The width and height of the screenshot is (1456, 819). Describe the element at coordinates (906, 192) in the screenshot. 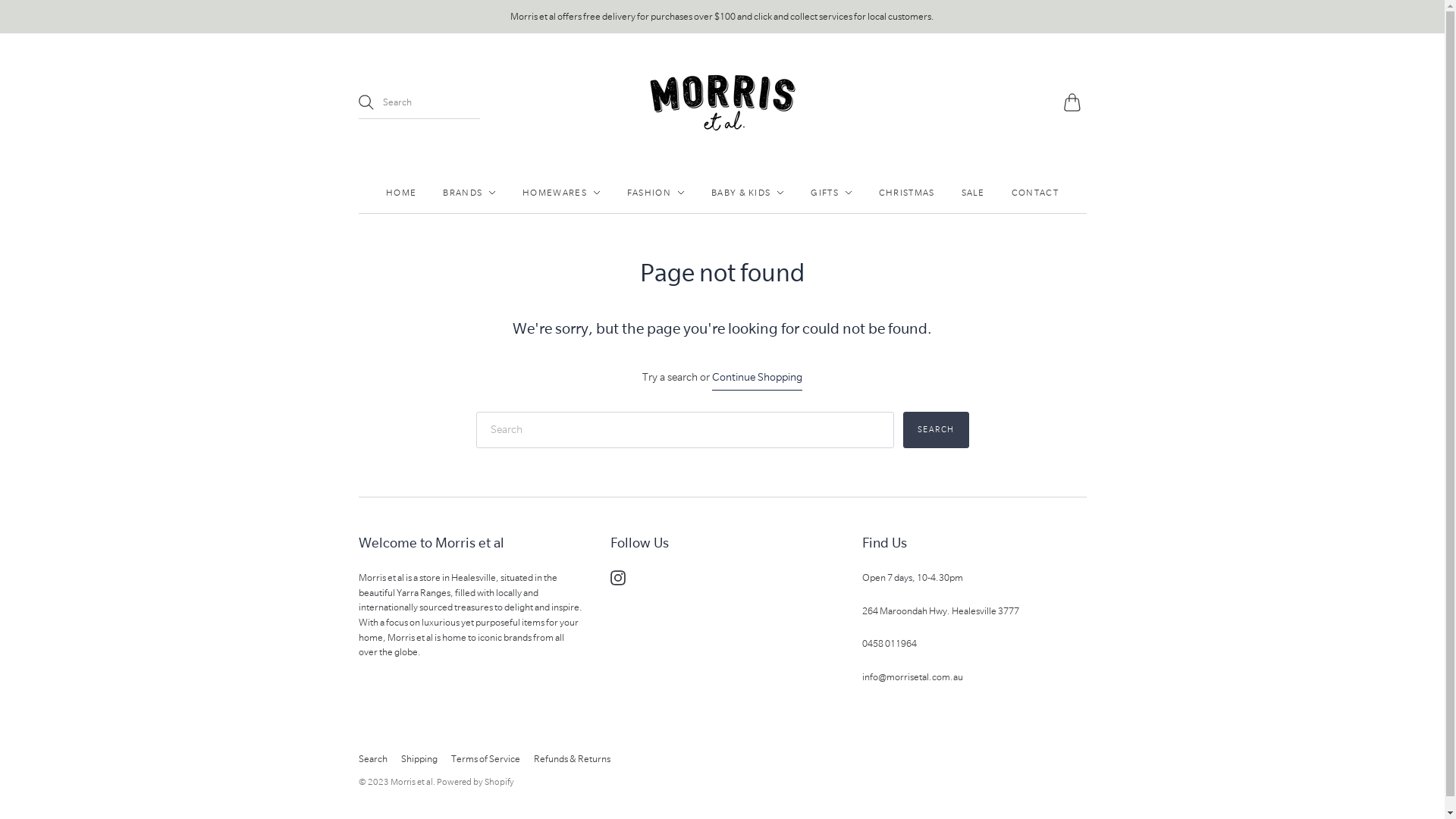

I see `'CHRISTMAS'` at that location.